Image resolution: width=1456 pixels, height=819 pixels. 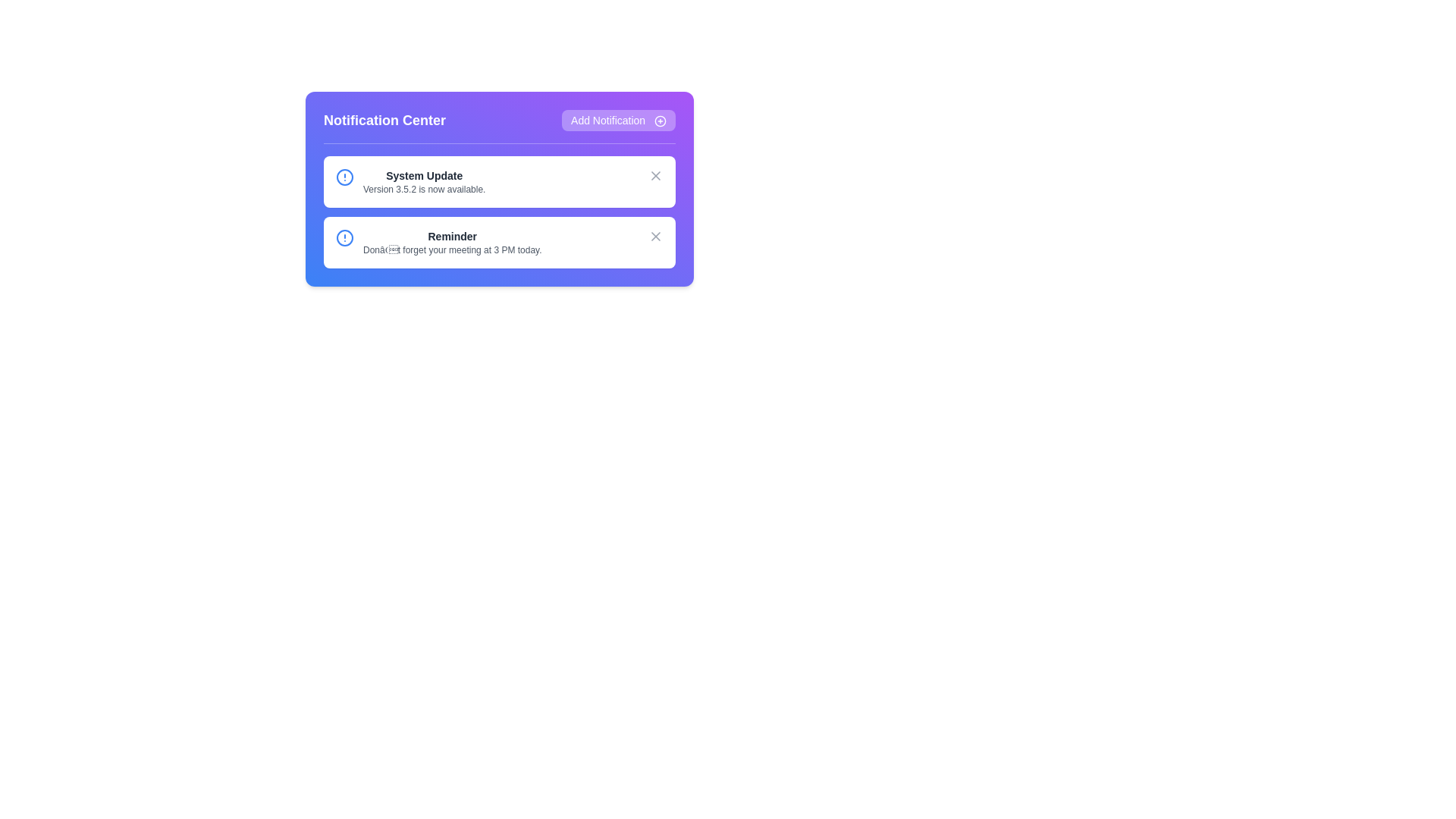 I want to click on the text label displaying 'Don’t forget your meeting at 3 PM today.' within the 'Reminder' notification card, so click(x=451, y=249).